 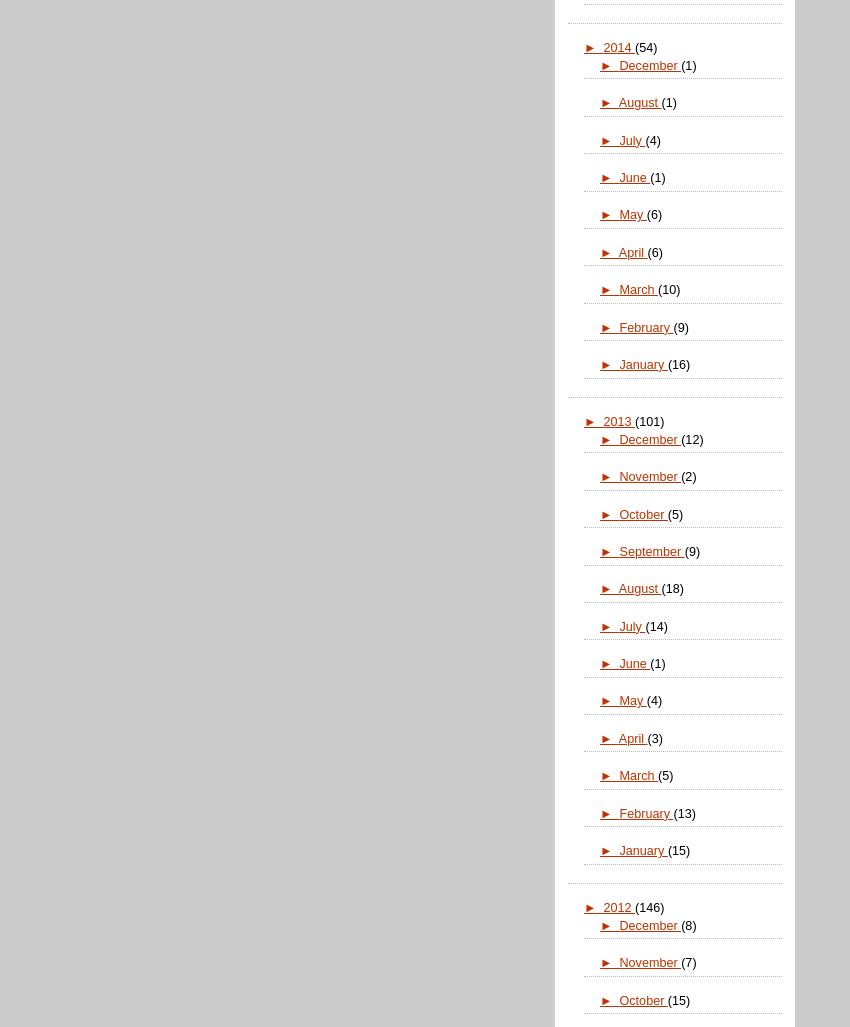 I want to click on '2014', so click(x=617, y=47).